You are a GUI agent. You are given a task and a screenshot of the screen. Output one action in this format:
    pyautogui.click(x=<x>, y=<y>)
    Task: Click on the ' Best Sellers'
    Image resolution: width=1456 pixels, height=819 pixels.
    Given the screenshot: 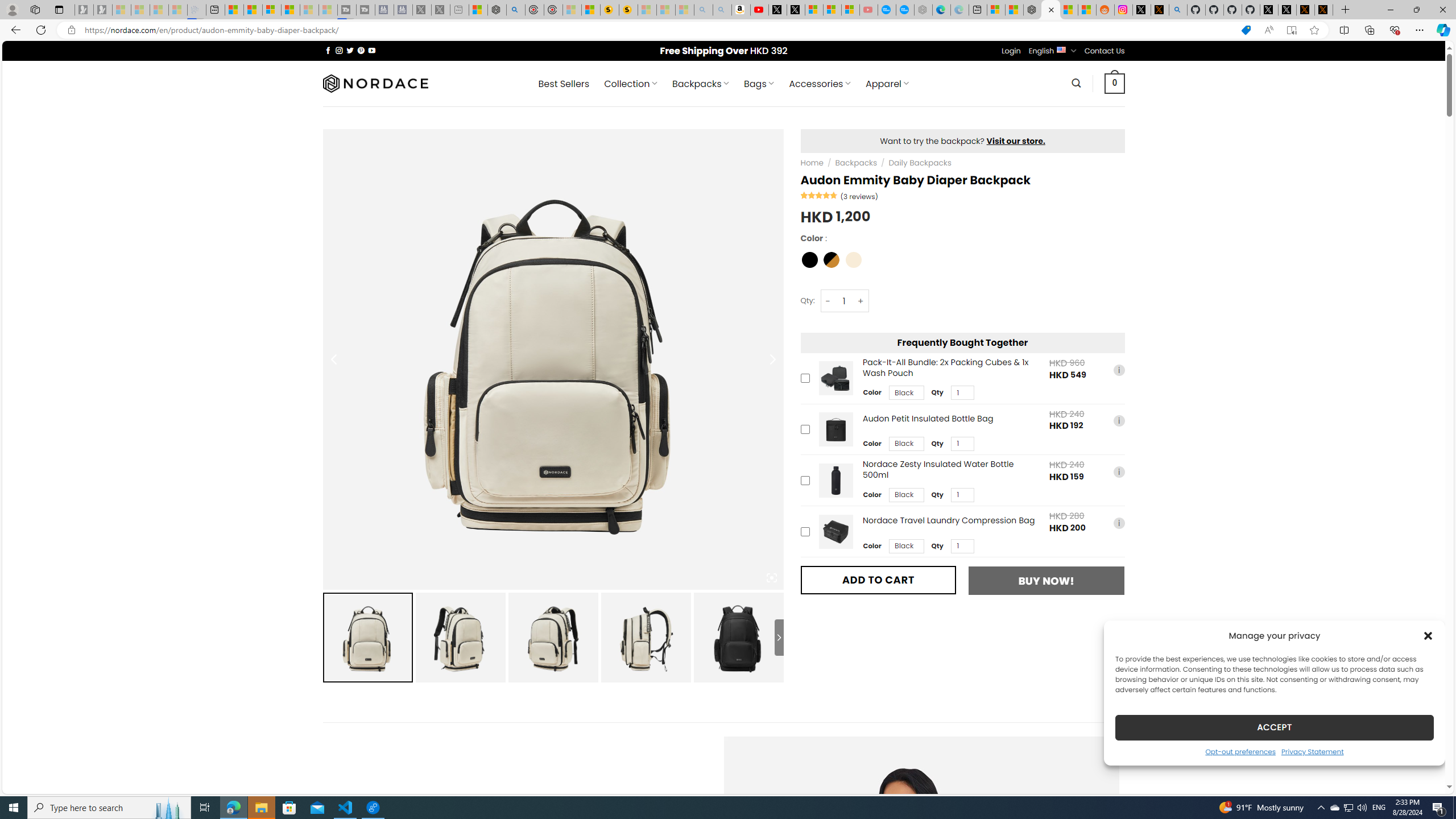 What is the action you would take?
    pyautogui.click(x=564, y=83)
    